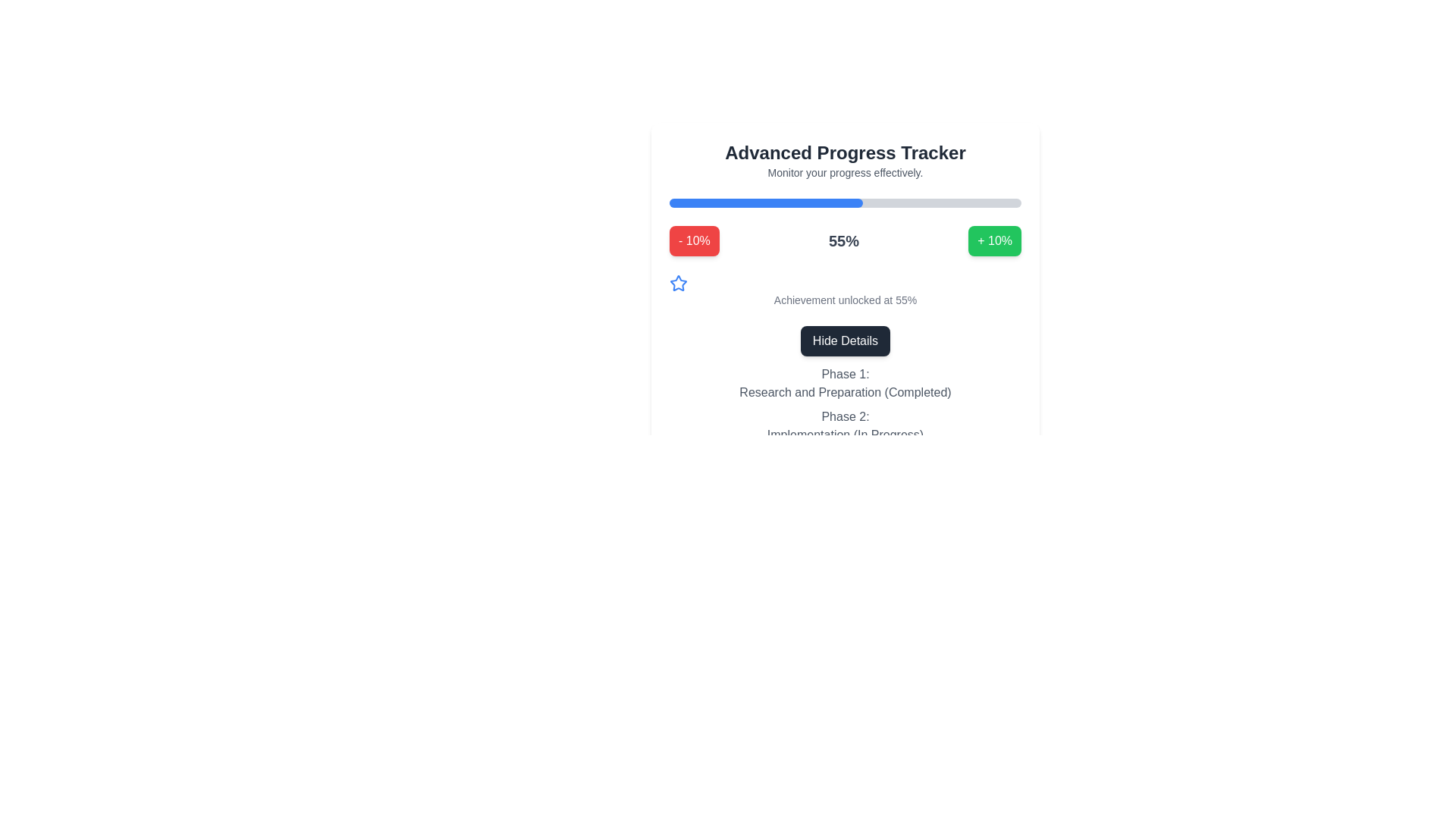 This screenshot has height=819, width=1456. Describe the element at coordinates (844, 291) in the screenshot. I see `the achievement milestone feedback label located beneath the '55%' progress indicator and above the 'Hide Details' button in the main progress tracker panel` at that location.